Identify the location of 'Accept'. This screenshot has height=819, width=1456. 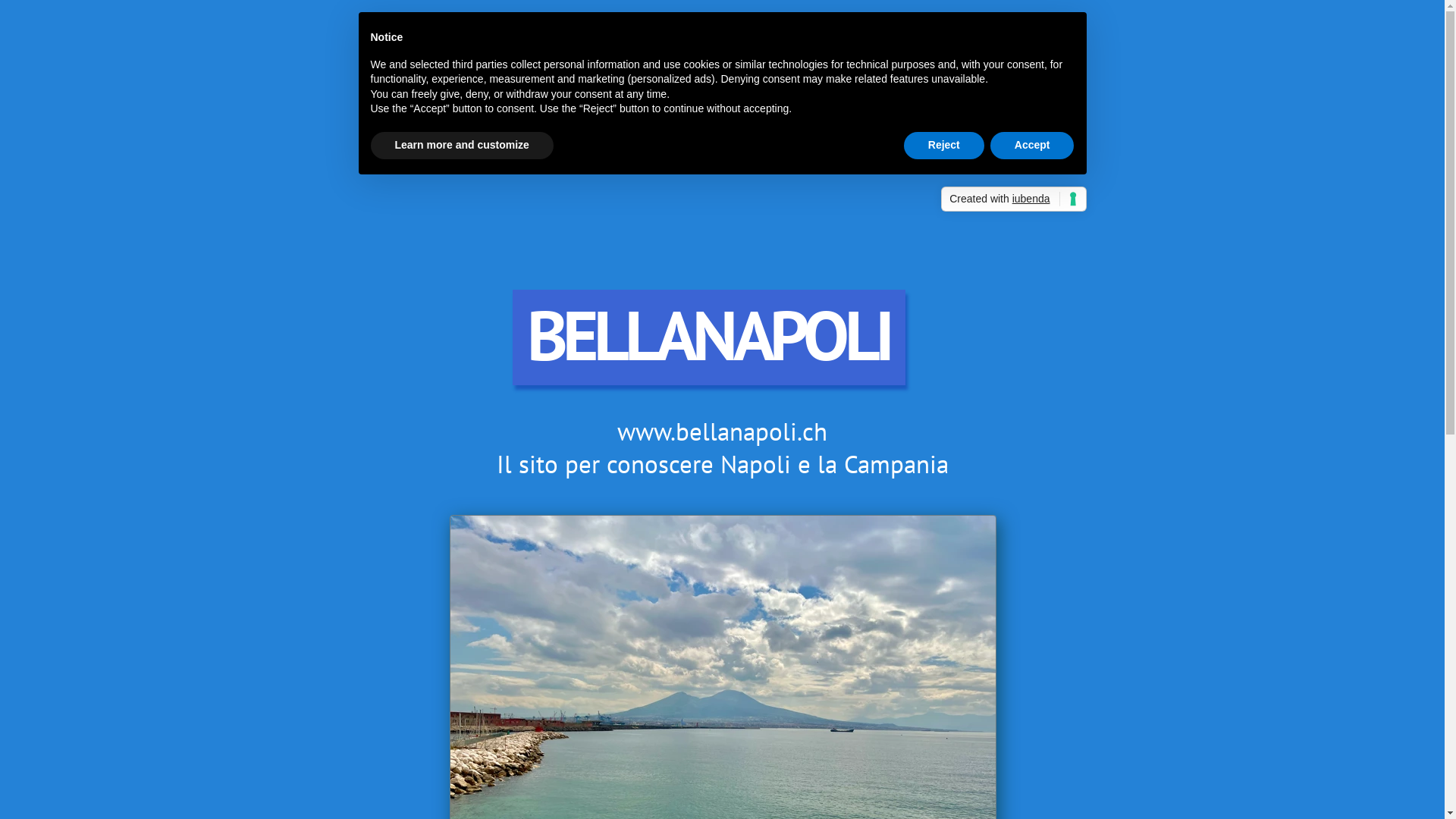
(1031, 146).